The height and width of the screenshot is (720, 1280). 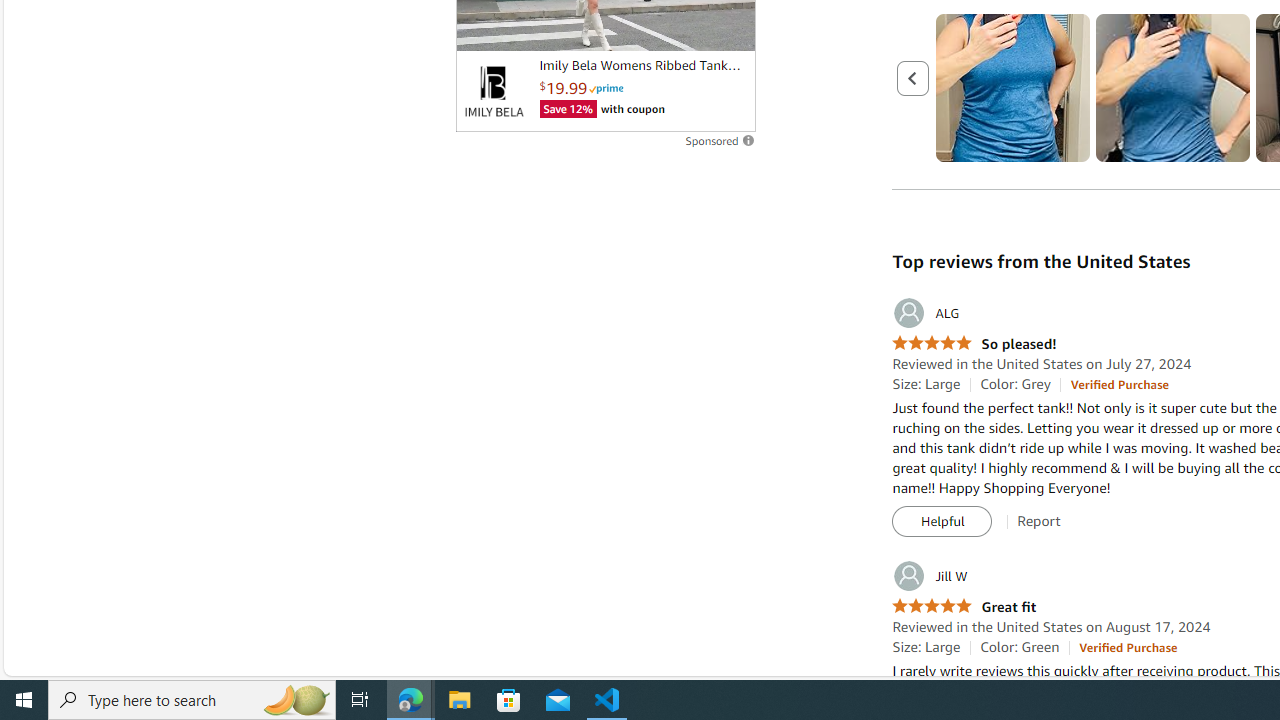 What do you see at coordinates (941, 521) in the screenshot?
I see `'Helpful'` at bounding box center [941, 521].